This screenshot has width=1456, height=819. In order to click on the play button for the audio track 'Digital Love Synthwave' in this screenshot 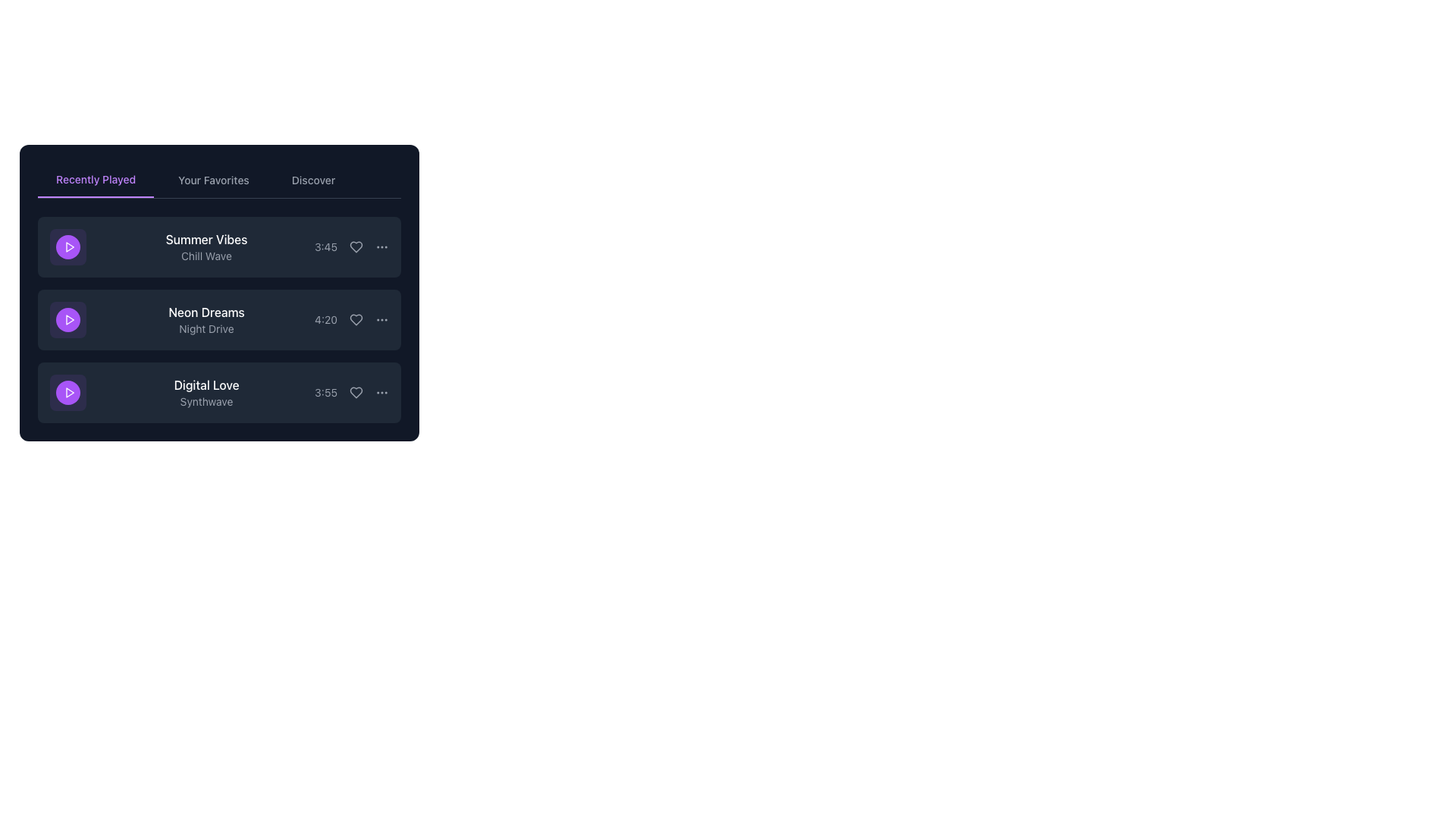, I will do `click(67, 391)`.